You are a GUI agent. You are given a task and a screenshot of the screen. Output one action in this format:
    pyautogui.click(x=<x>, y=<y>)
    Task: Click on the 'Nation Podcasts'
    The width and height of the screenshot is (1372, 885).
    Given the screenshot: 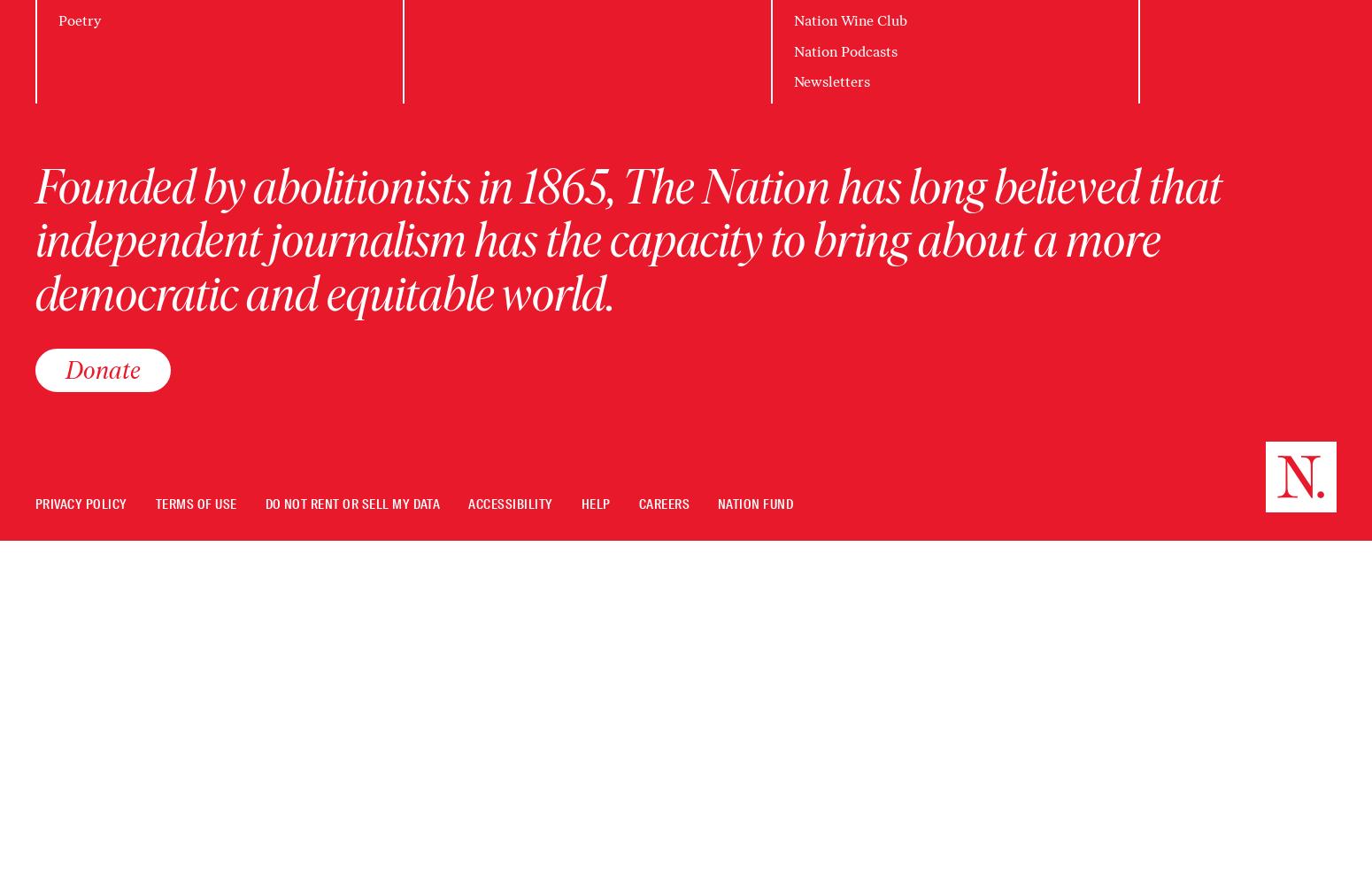 What is the action you would take?
    pyautogui.click(x=844, y=50)
    